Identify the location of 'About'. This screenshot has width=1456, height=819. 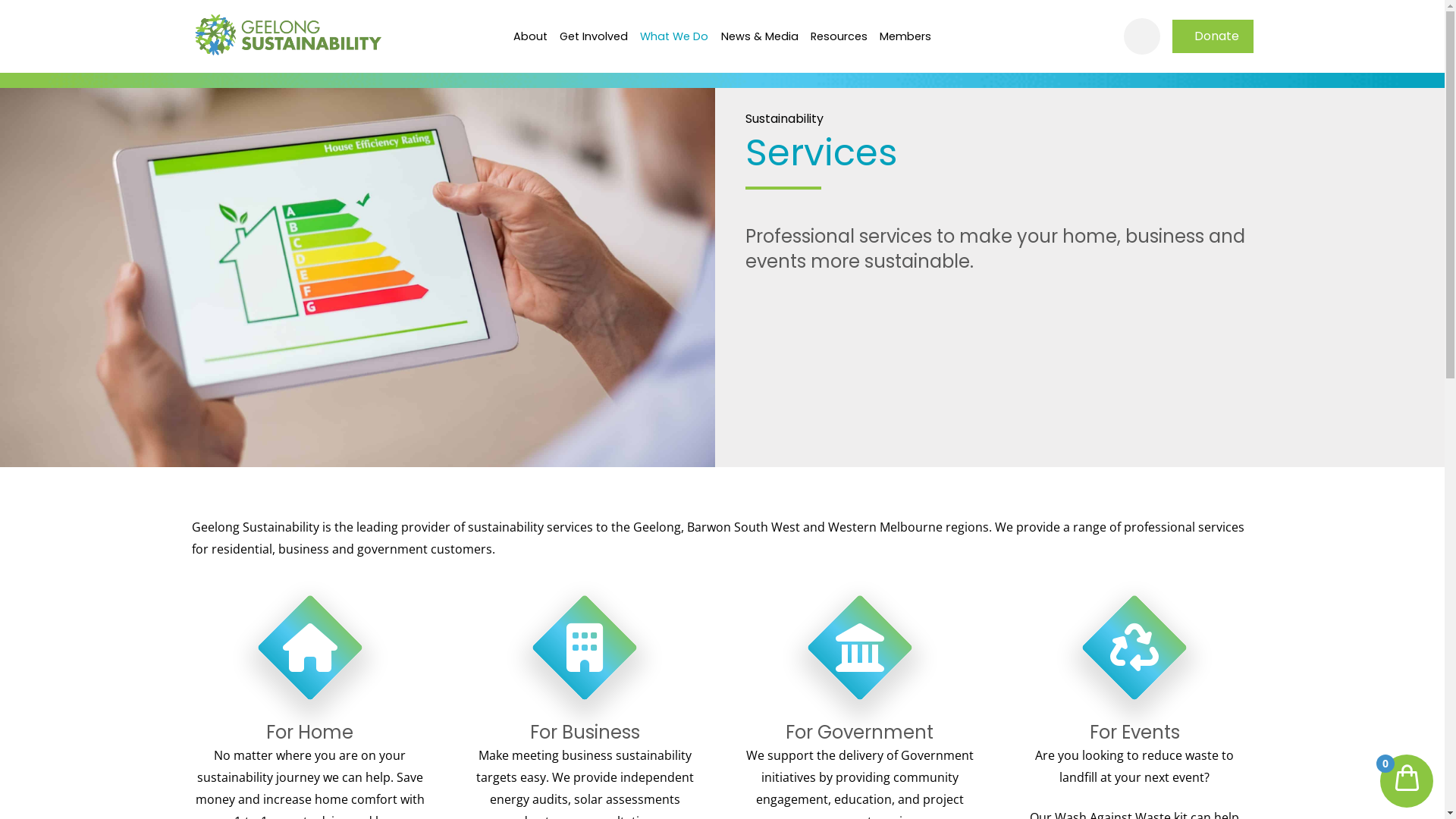
(529, 35).